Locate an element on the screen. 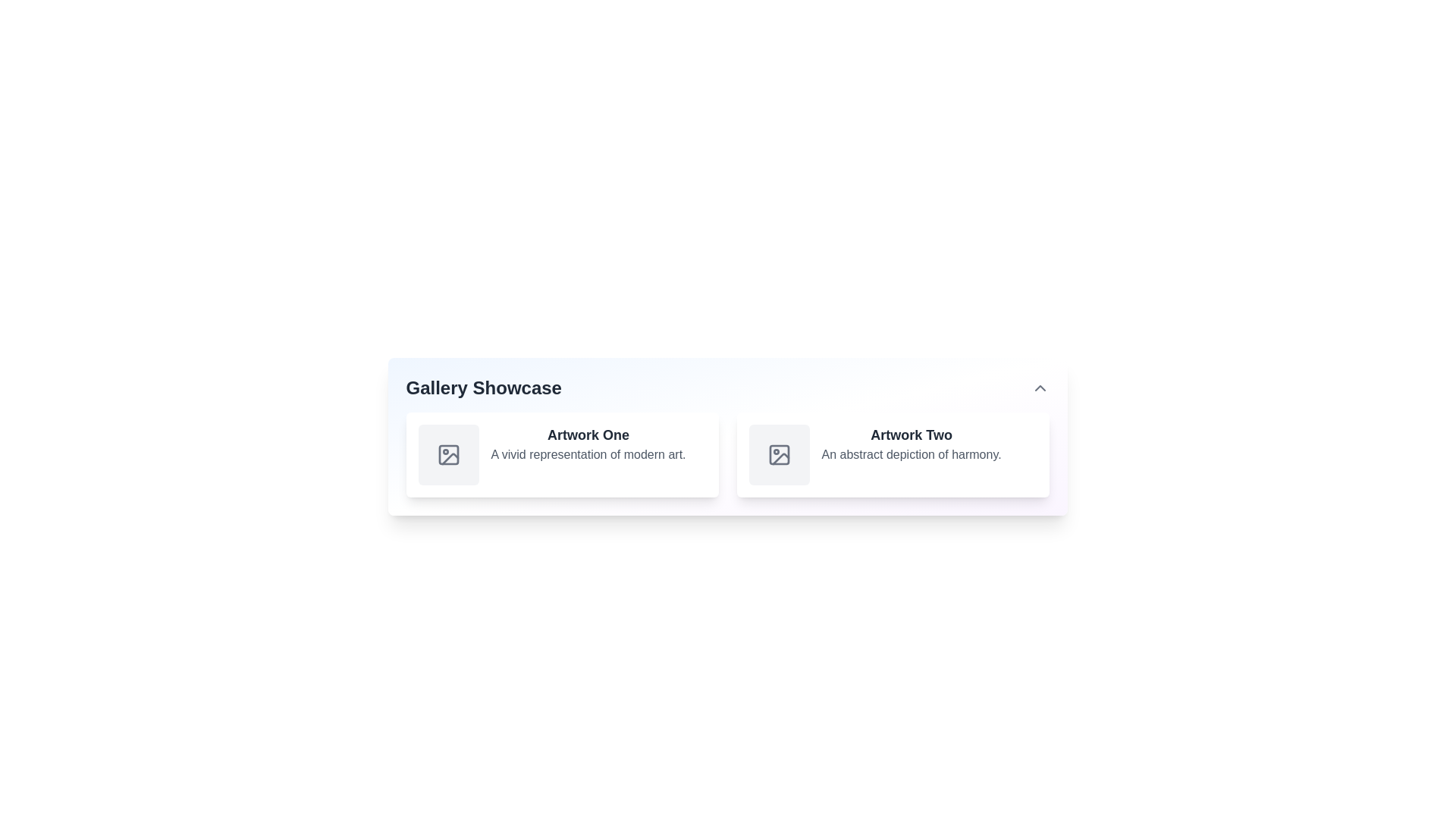 This screenshot has height=819, width=1456. the gallery section containing two artworks titled 'Artwork One' and 'Artwork Two' is located at coordinates (726, 454).